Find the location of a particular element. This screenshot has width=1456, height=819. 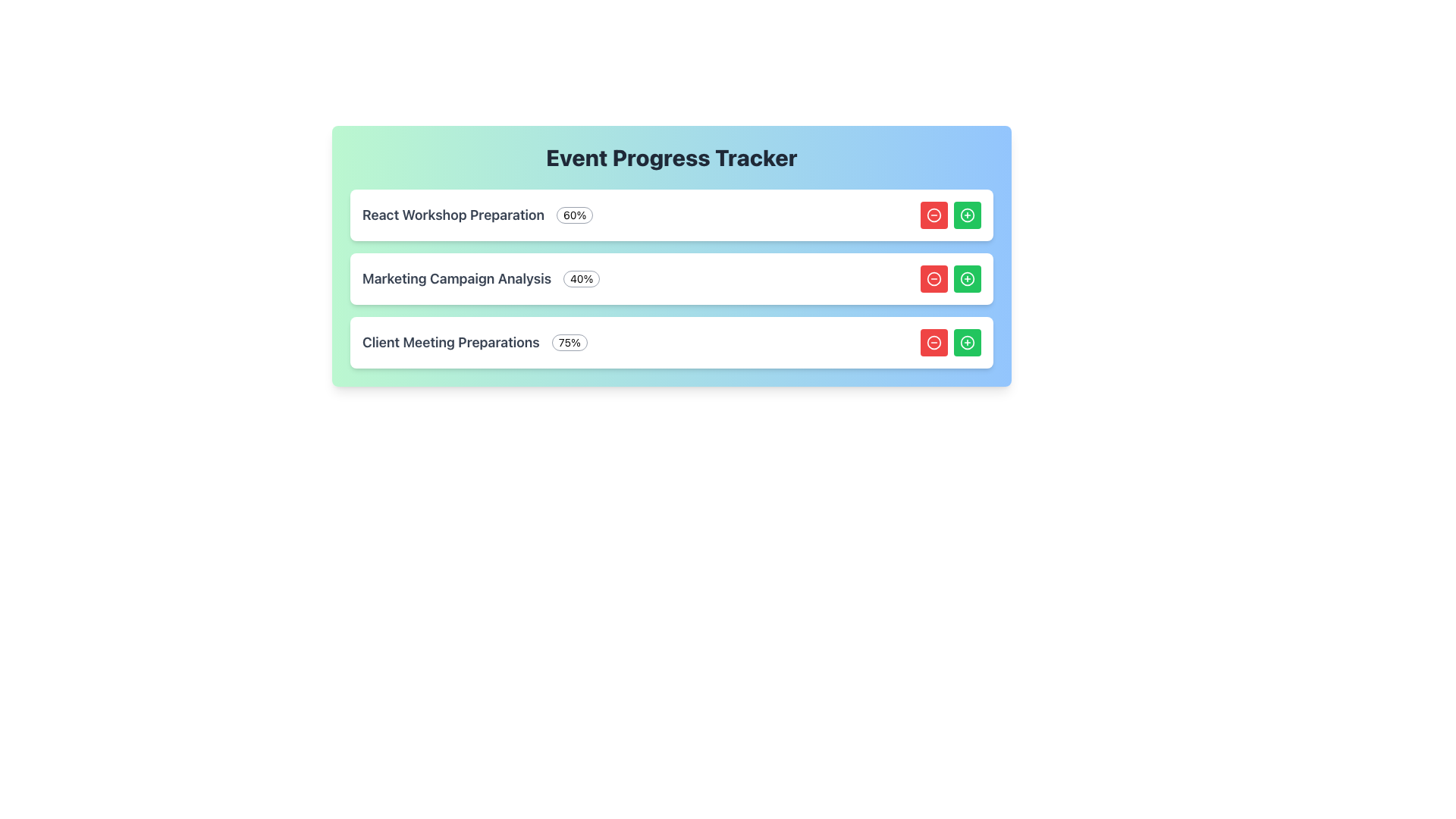

the green circular shape within the 'circle-plus' icon in the topmost entry of the list on the right end of the progress tracker, adjacent to 'React Workshop Preparation' is located at coordinates (967, 215).